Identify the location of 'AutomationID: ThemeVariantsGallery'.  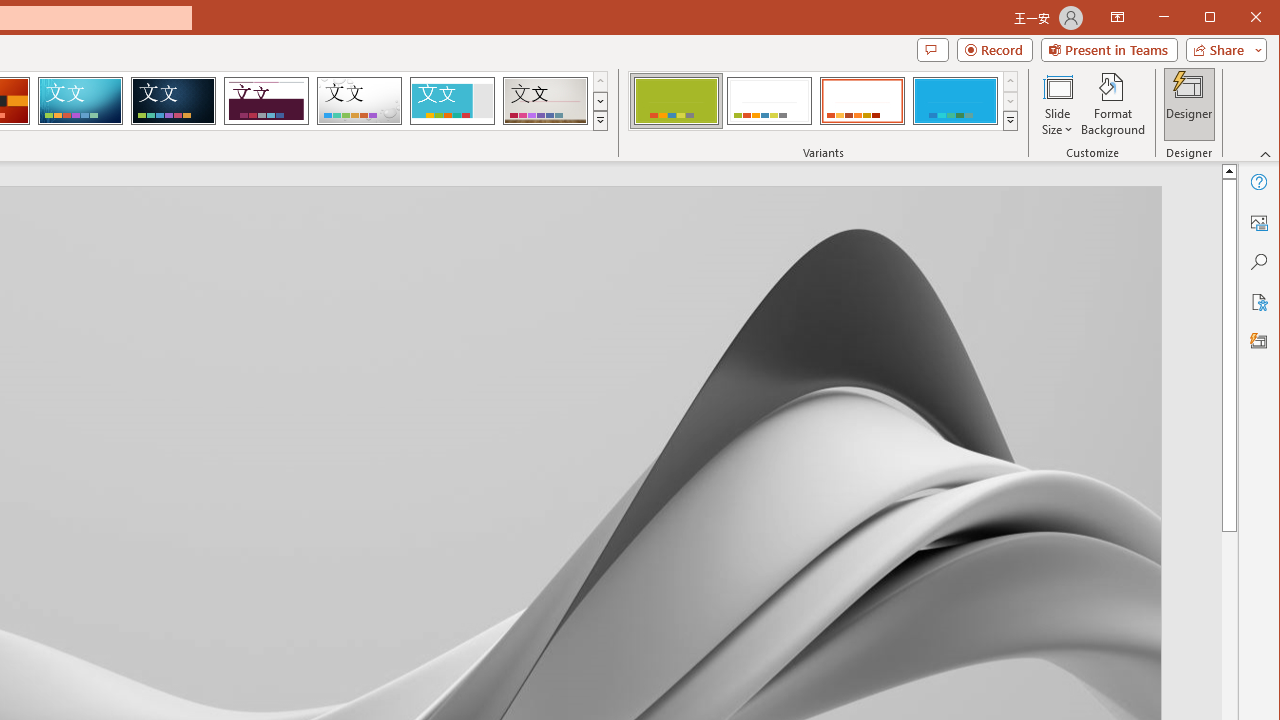
(824, 101).